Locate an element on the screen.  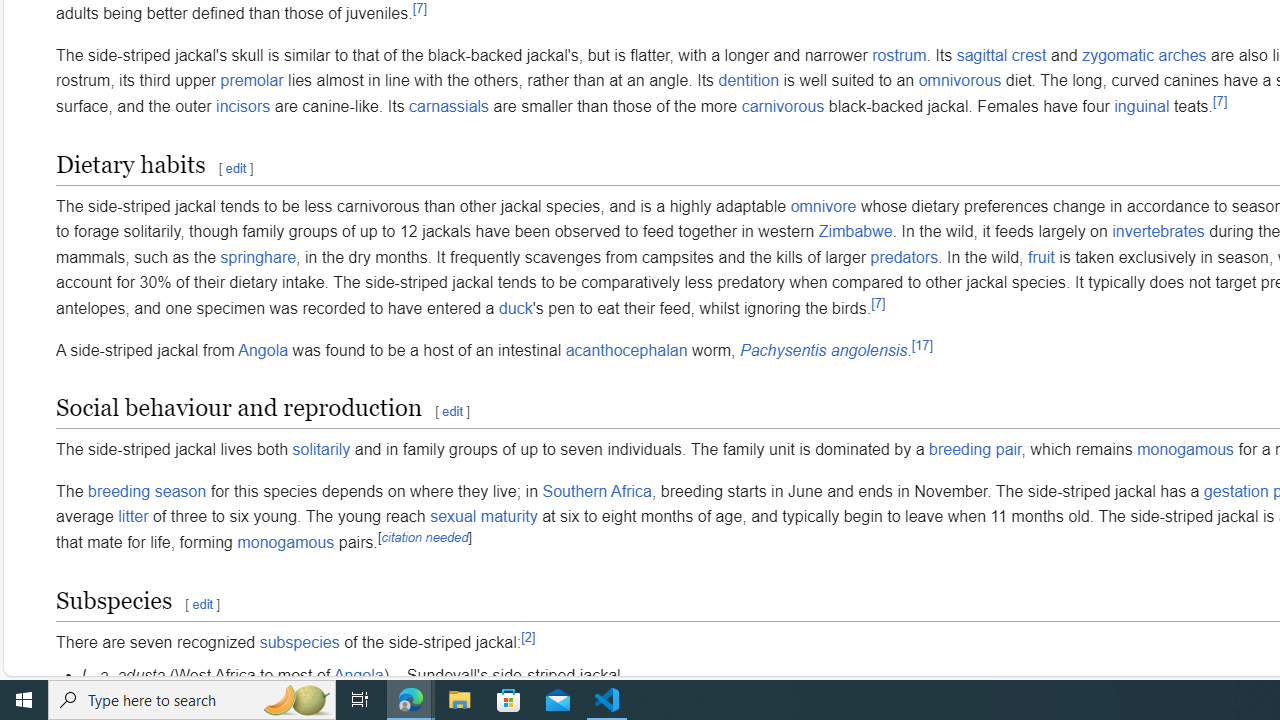
'litter' is located at coordinates (132, 516).